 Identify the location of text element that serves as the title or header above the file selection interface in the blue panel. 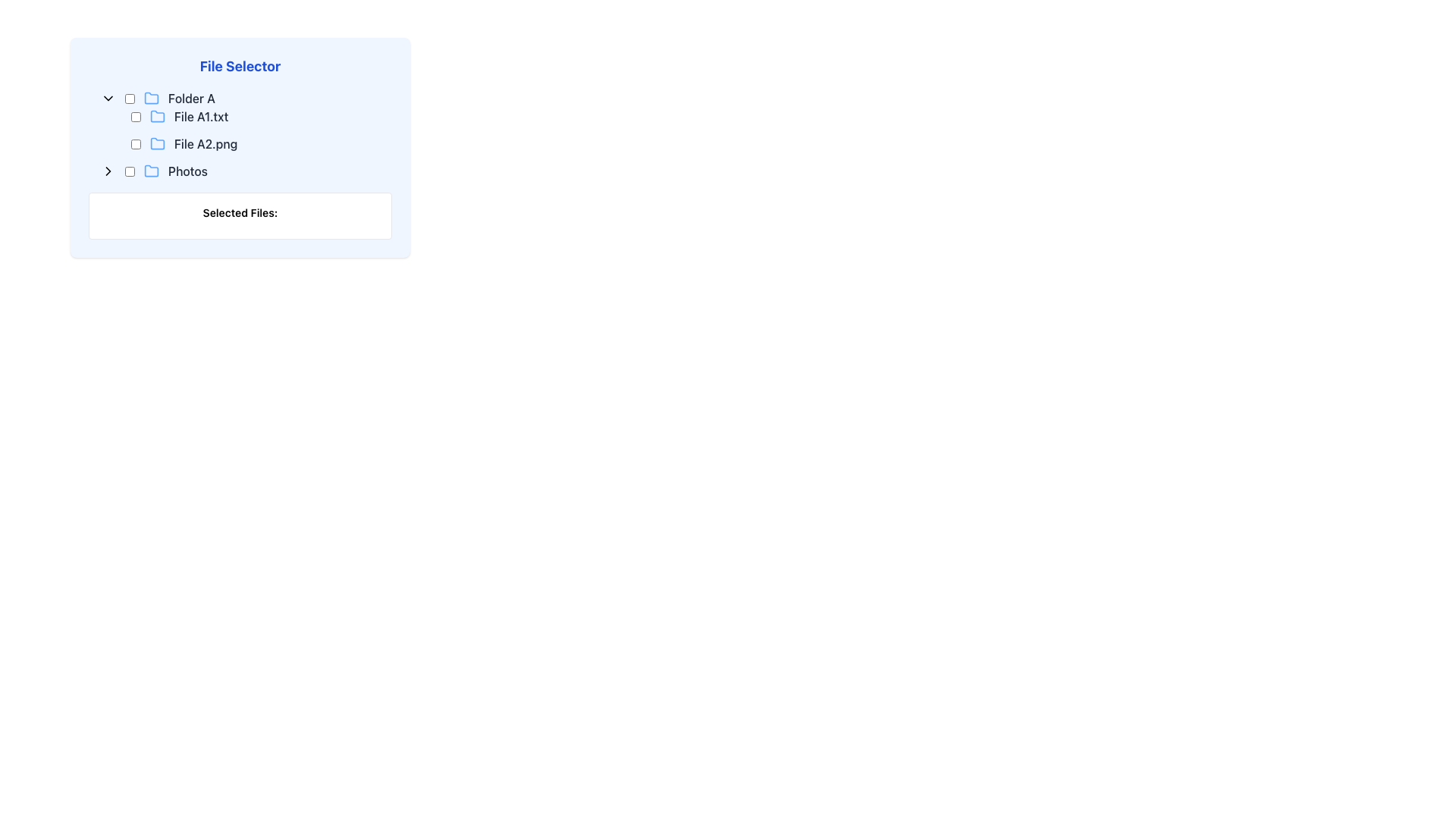
(239, 66).